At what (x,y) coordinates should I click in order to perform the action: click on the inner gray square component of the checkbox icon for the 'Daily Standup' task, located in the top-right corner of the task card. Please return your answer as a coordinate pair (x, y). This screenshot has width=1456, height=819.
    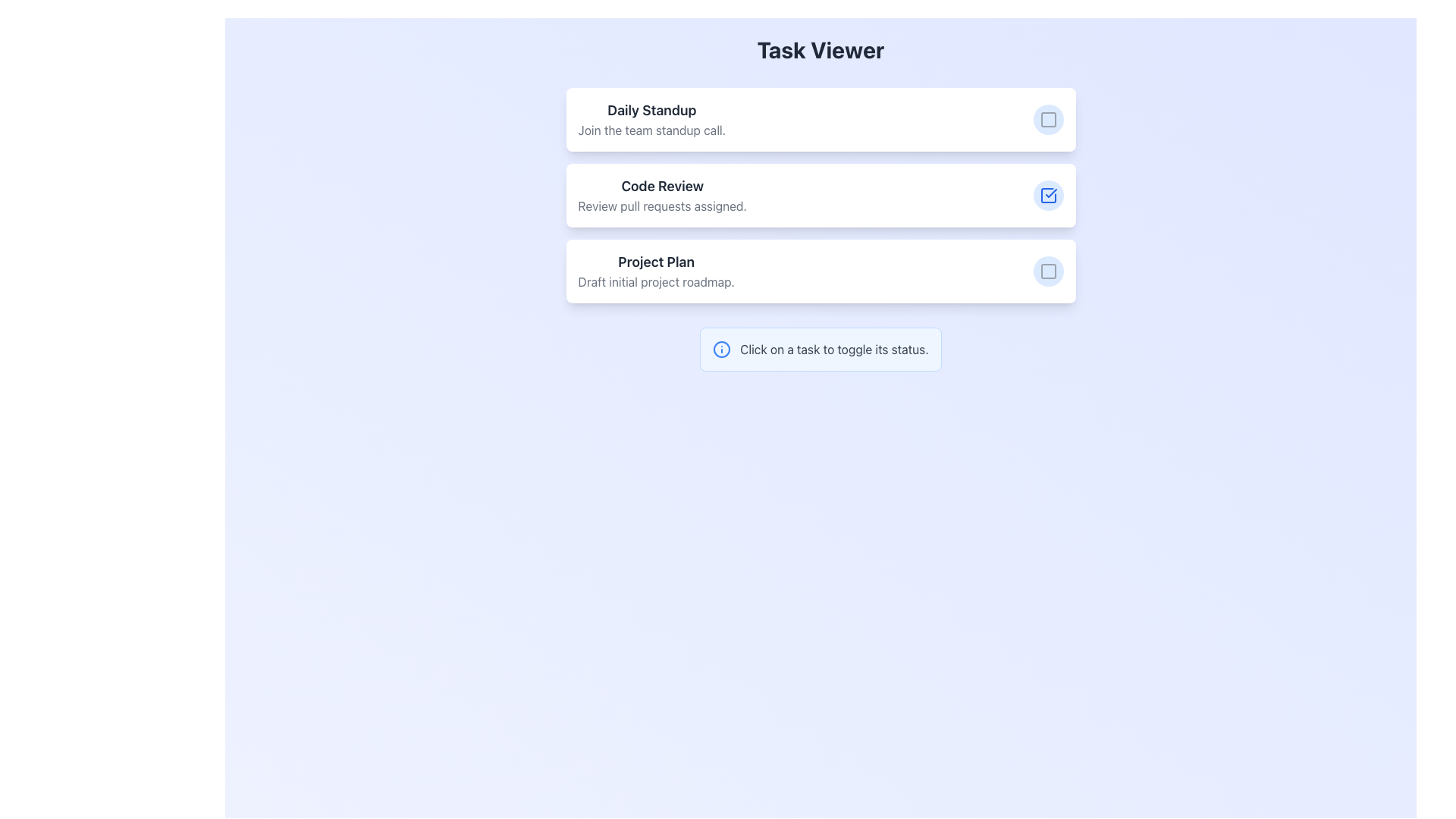
    Looking at the image, I should click on (1047, 119).